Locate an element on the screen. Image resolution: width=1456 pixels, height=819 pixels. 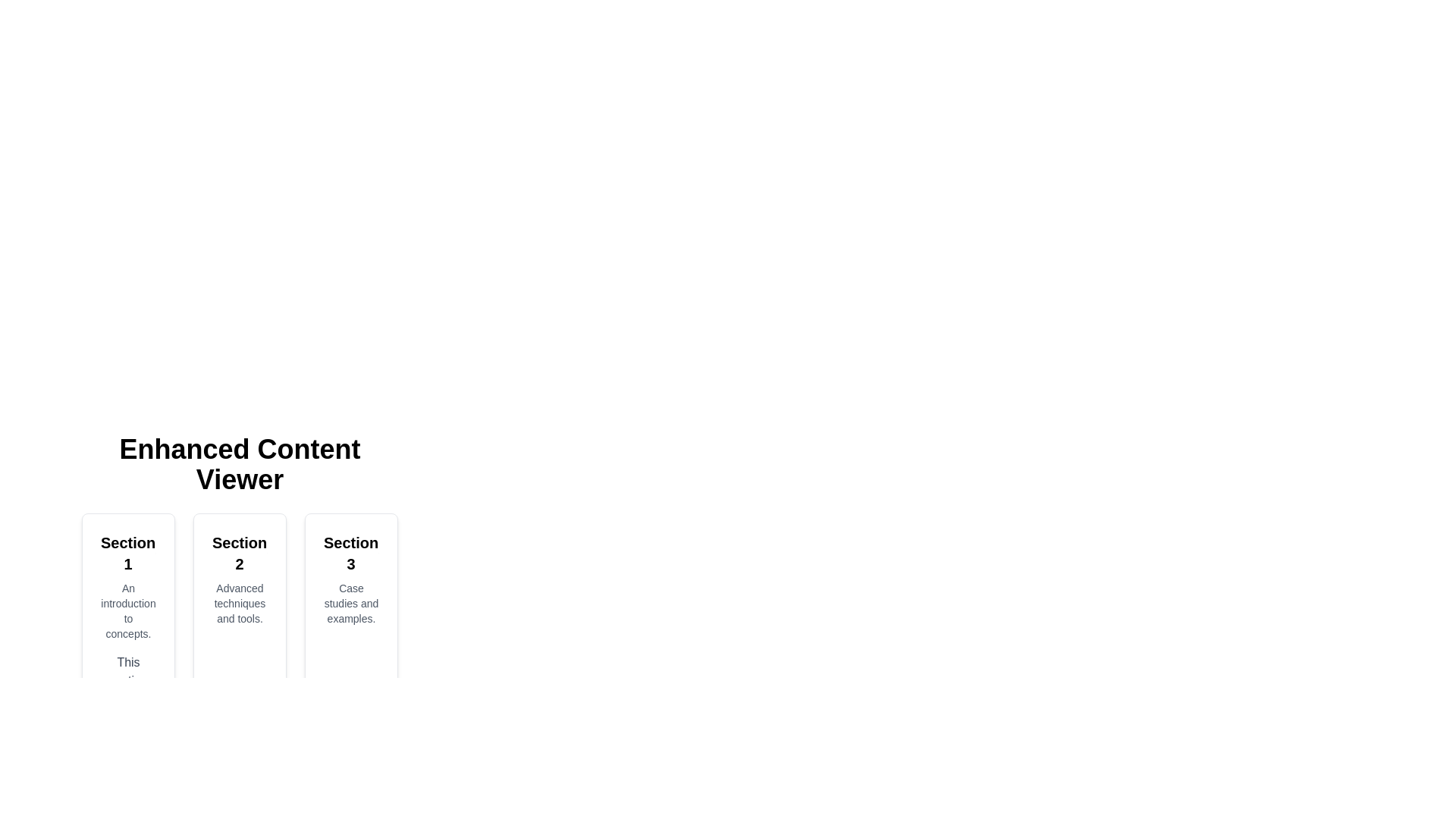
the static text element containing the text 'Advanced techniques and tools.' located within the card labeled 'Section 2' is located at coordinates (239, 602).